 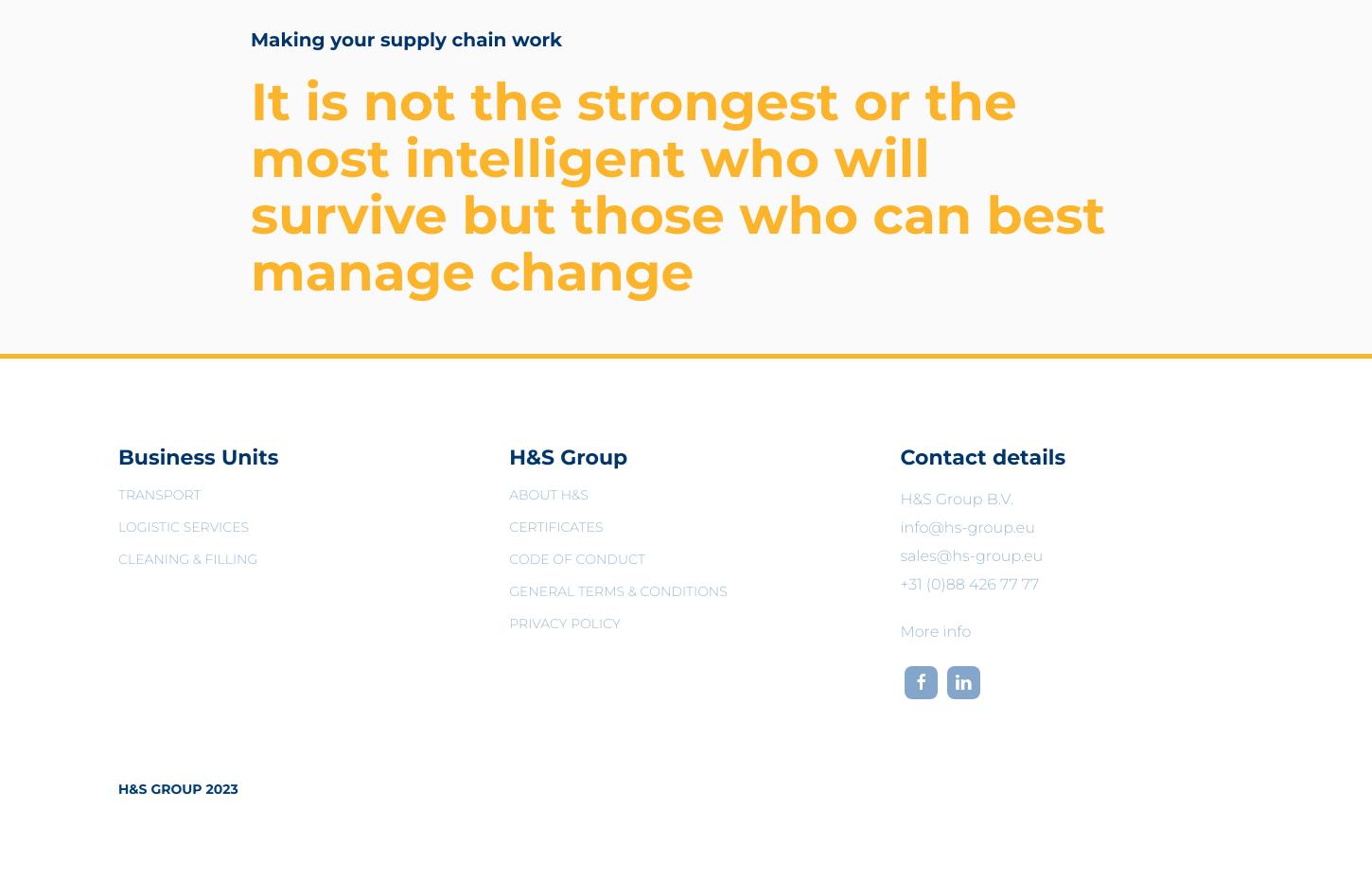 I want to click on 'About H&S', so click(x=548, y=495).